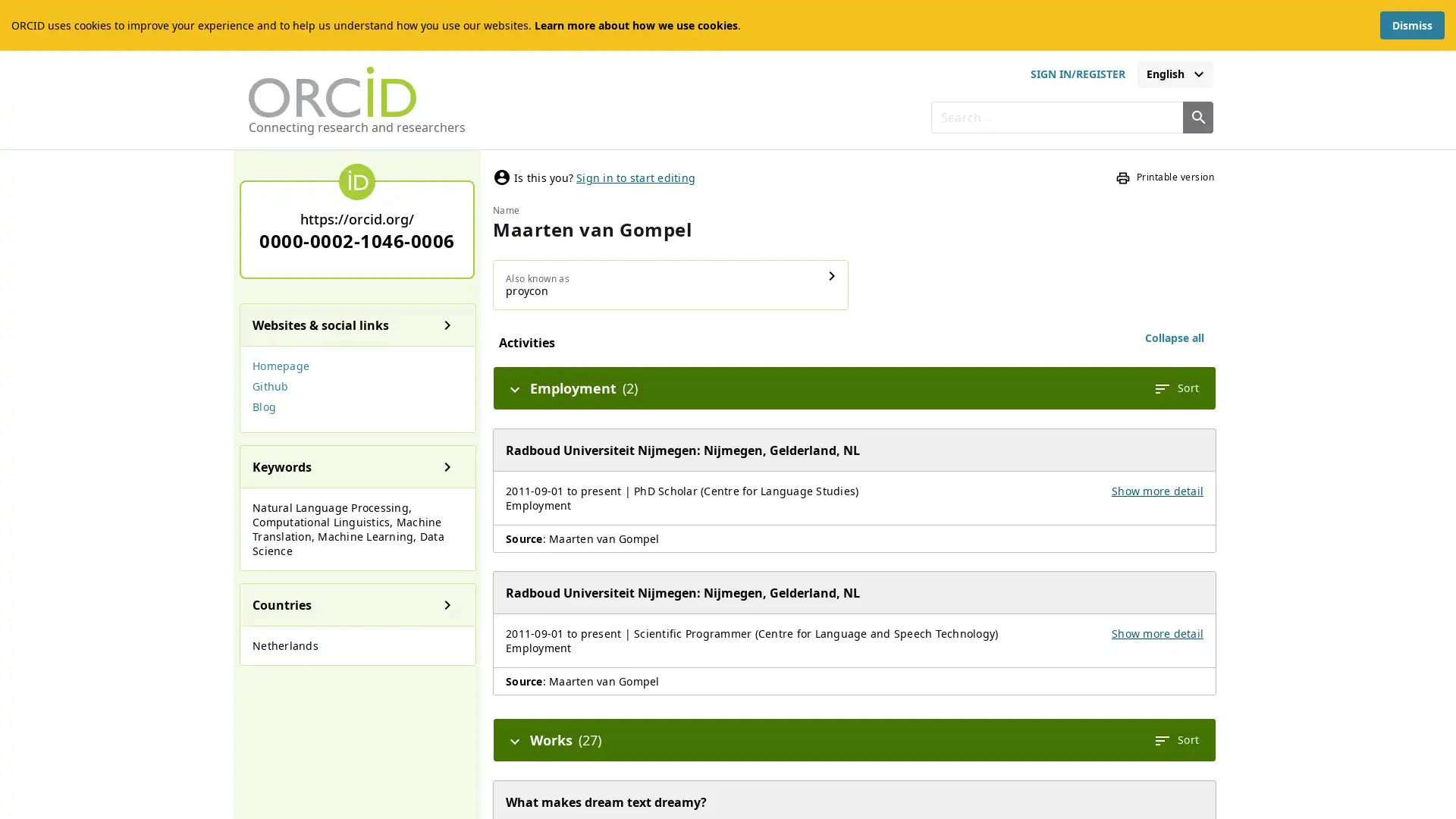  What do you see at coordinates (1411, 25) in the screenshot?
I see `Dismiss` at bounding box center [1411, 25].